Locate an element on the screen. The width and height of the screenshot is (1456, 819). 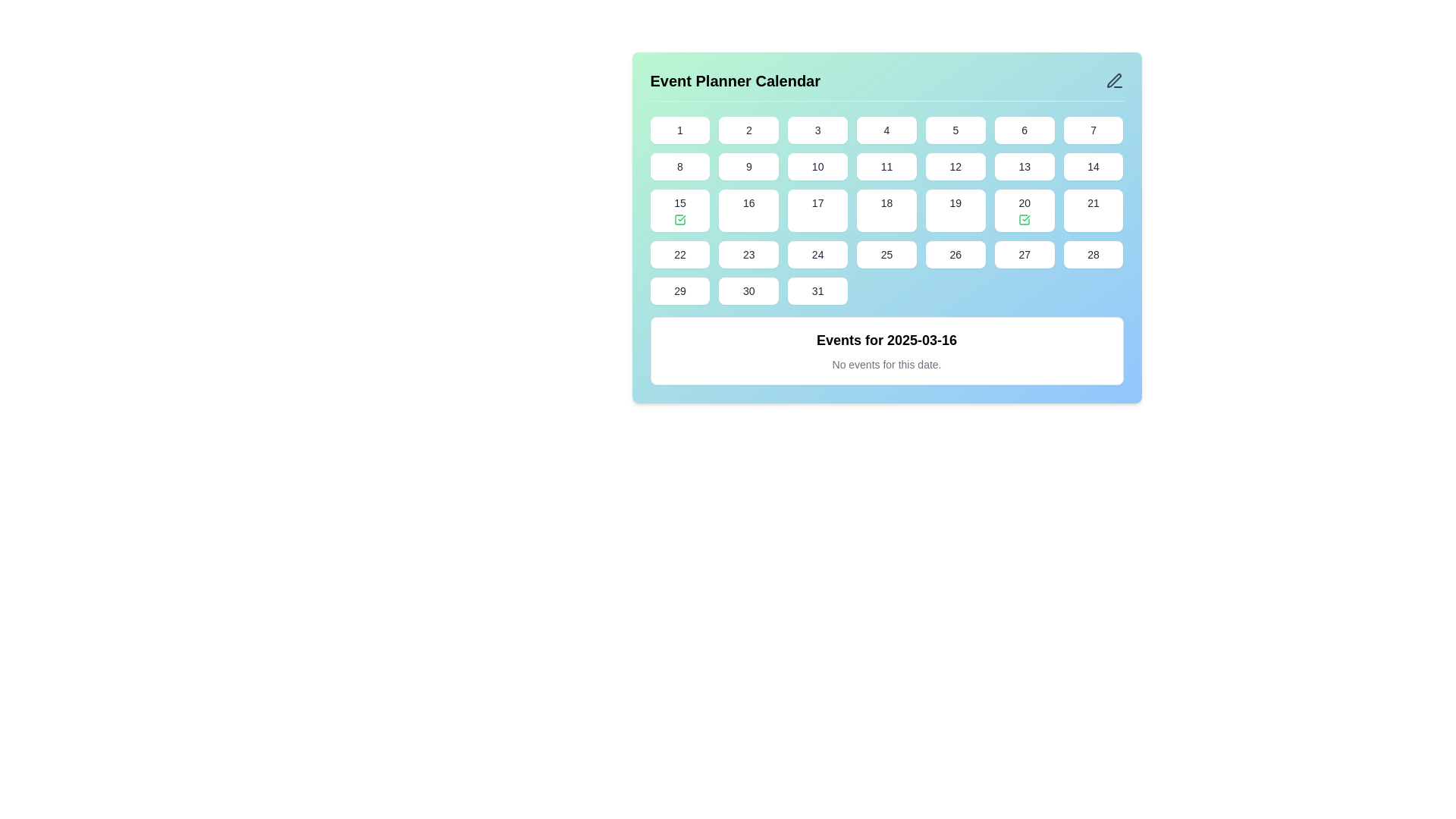
the button-like element displaying the number '29', located in the last row and first column of the calendar grid is located at coordinates (679, 291).